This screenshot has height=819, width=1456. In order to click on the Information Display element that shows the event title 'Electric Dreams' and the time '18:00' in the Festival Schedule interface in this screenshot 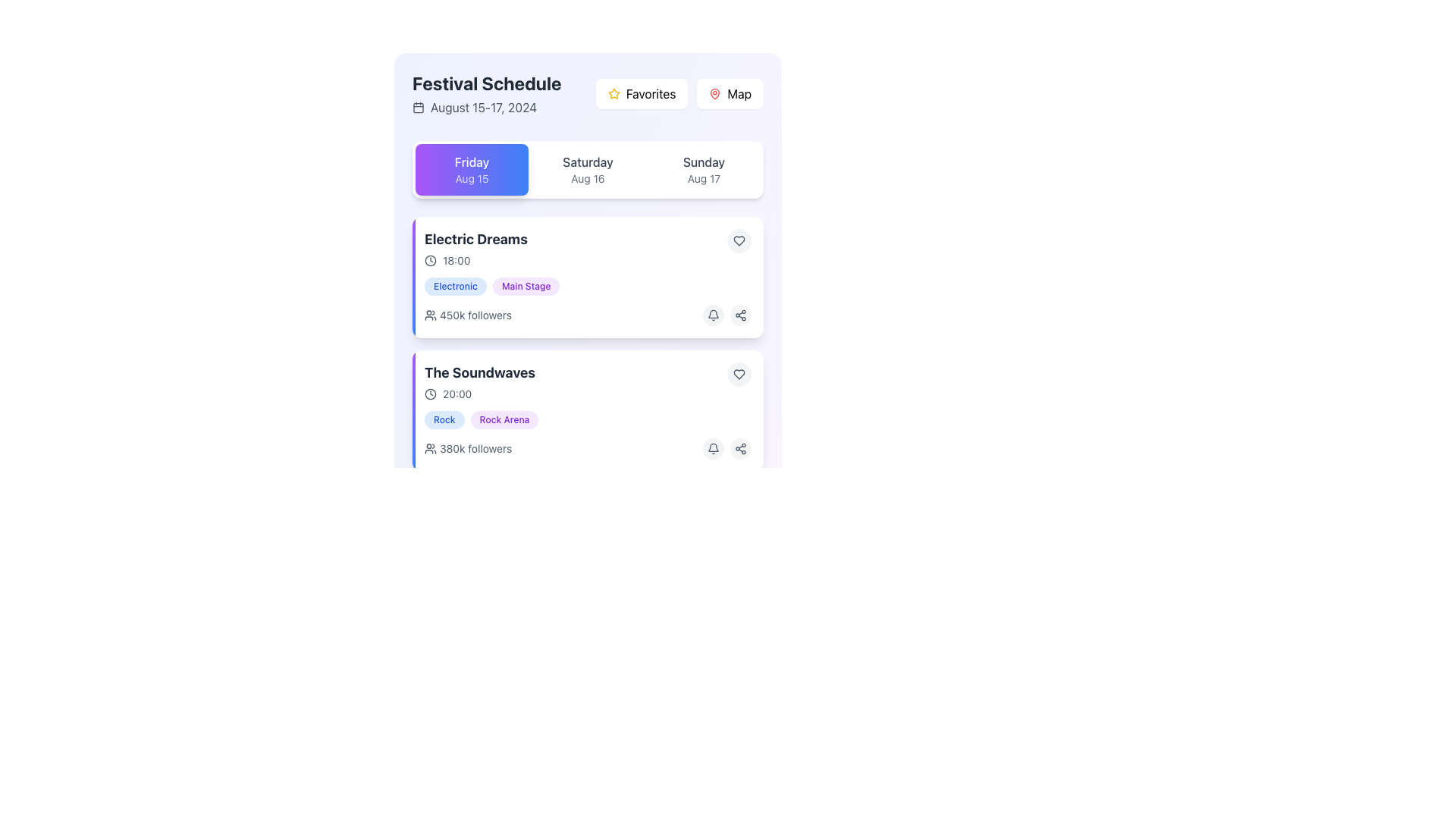, I will do `click(587, 247)`.